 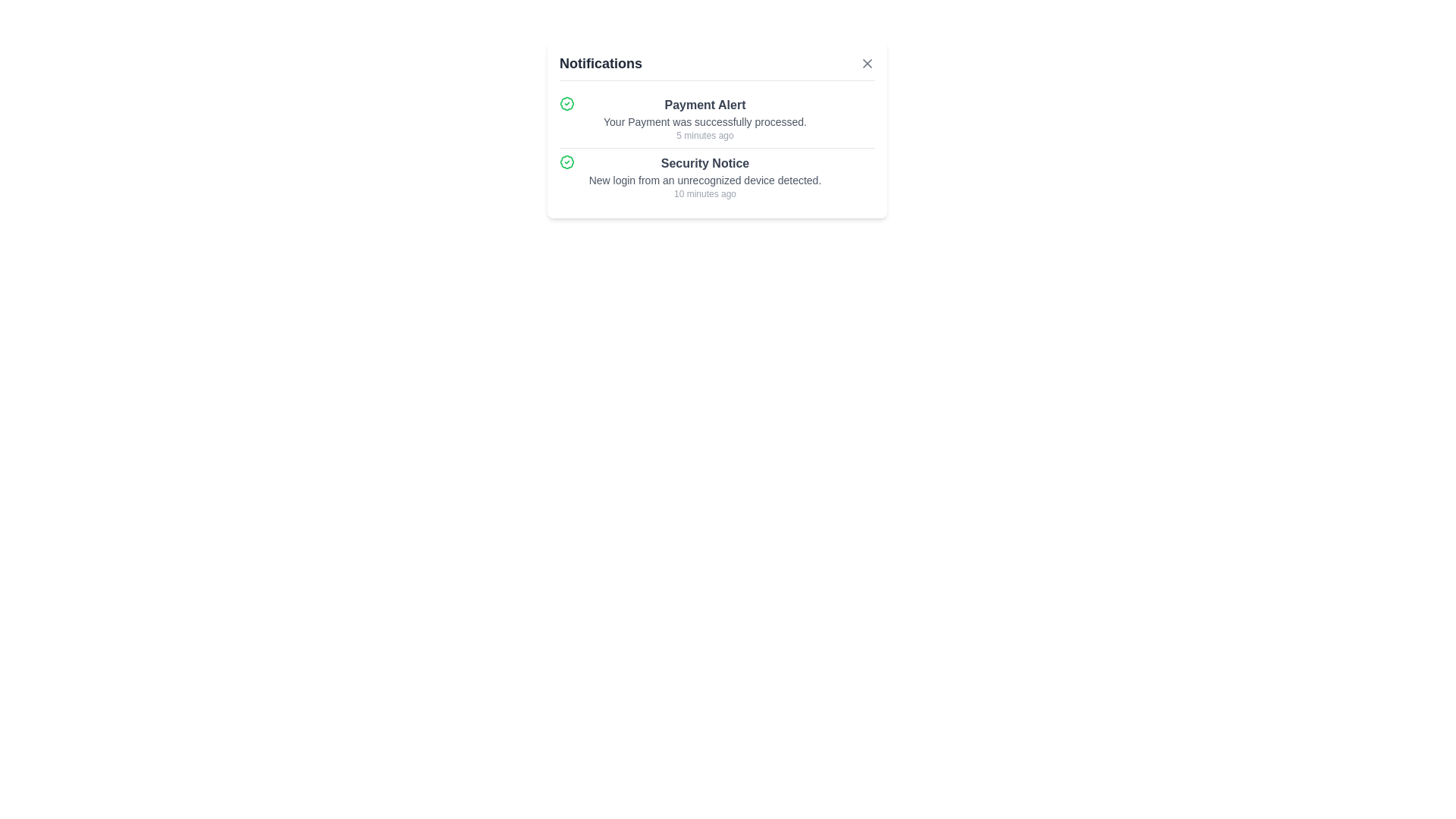 What do you see at coordinates (704, 118) in the screenshot?
I see `the 'Payment Alert' text block in the notification panel, which contains three lines of text with the first line being bold and dark gray` at bounding box center [704, 118].